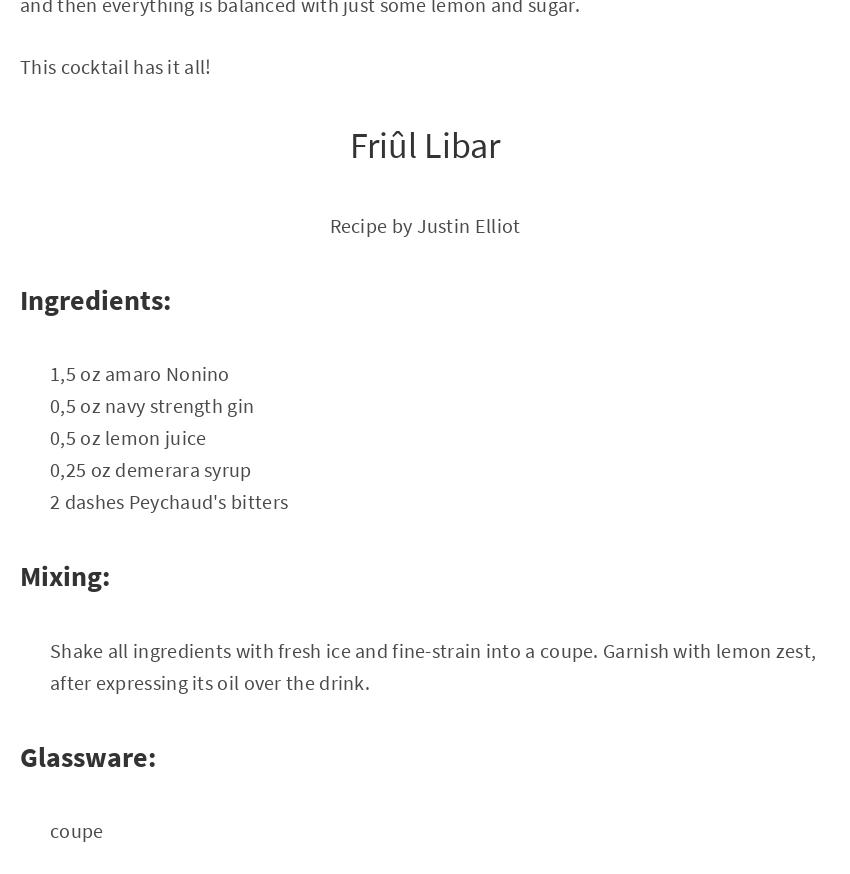 This screenshot has width=850, height=874. I want to click on 'Recipe by Justin Elliot', so click(424, 224).